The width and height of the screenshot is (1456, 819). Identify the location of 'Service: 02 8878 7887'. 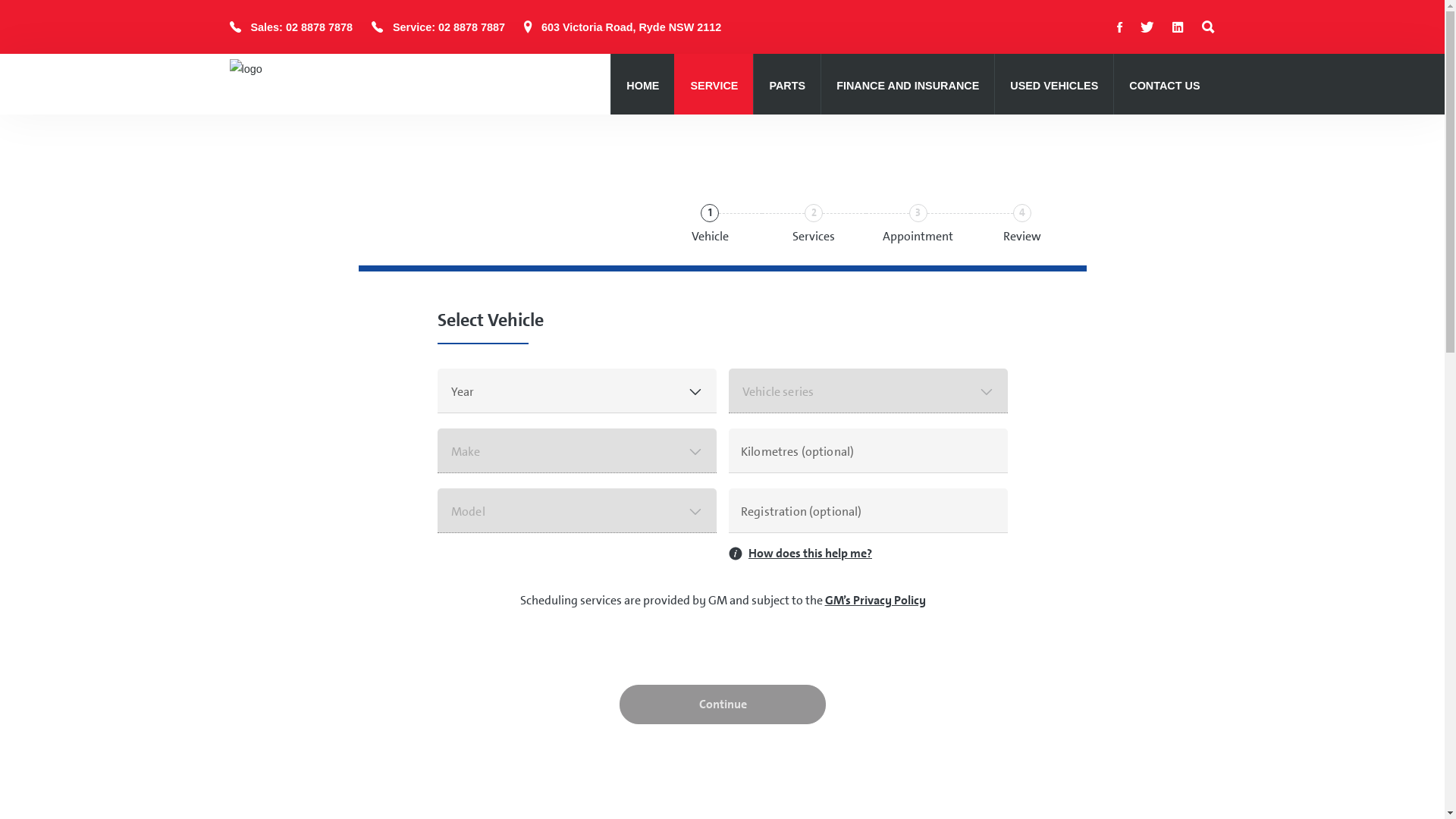
(447, 27).